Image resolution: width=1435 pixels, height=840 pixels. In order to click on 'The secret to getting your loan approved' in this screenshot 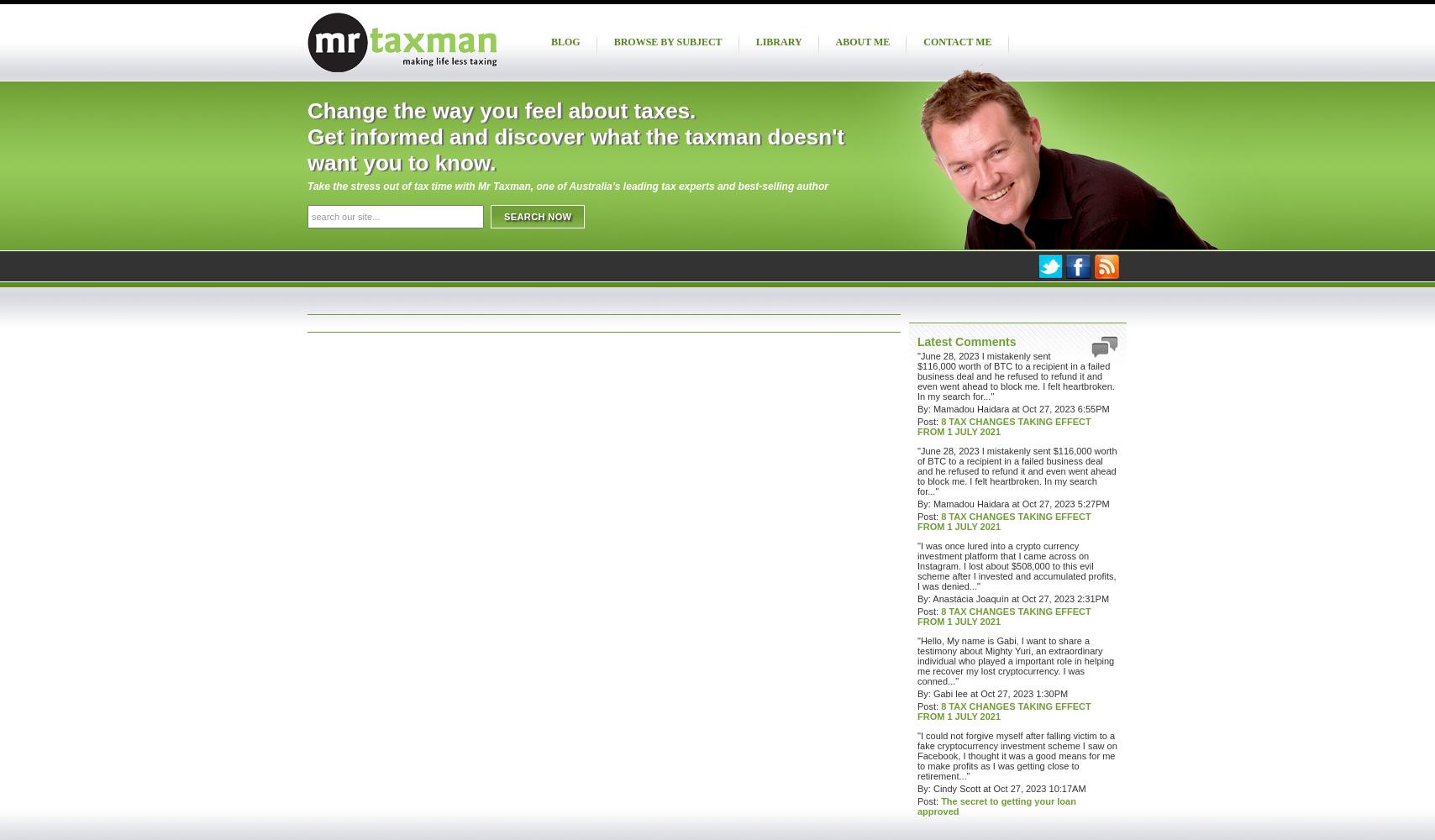, I will do `click(996, 806)`.